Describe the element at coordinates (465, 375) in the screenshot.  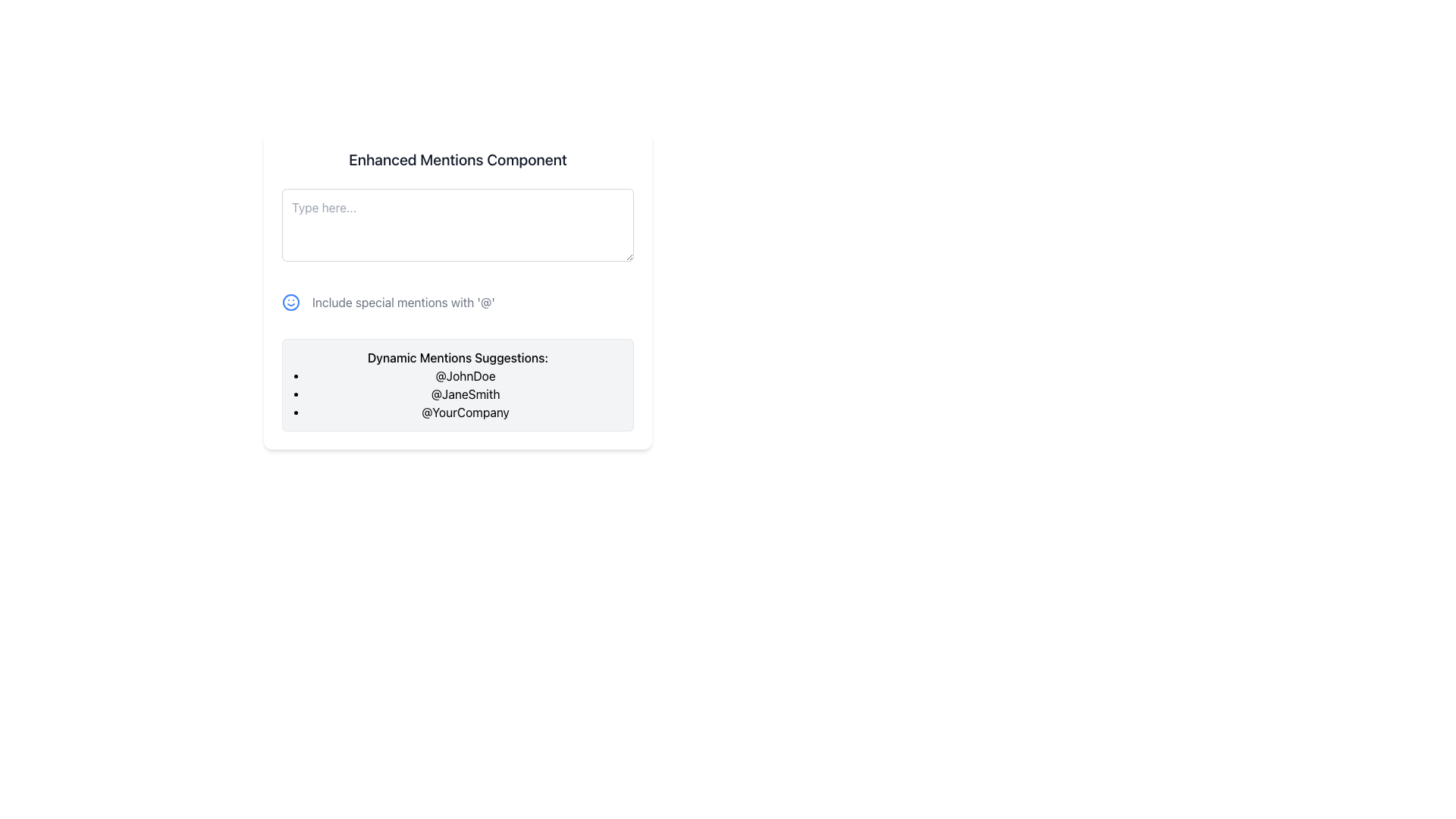
I see `the first mention suggestion item '@JohnDoe' in the suggestion box of the Enhanced Mentions Component` at that location.